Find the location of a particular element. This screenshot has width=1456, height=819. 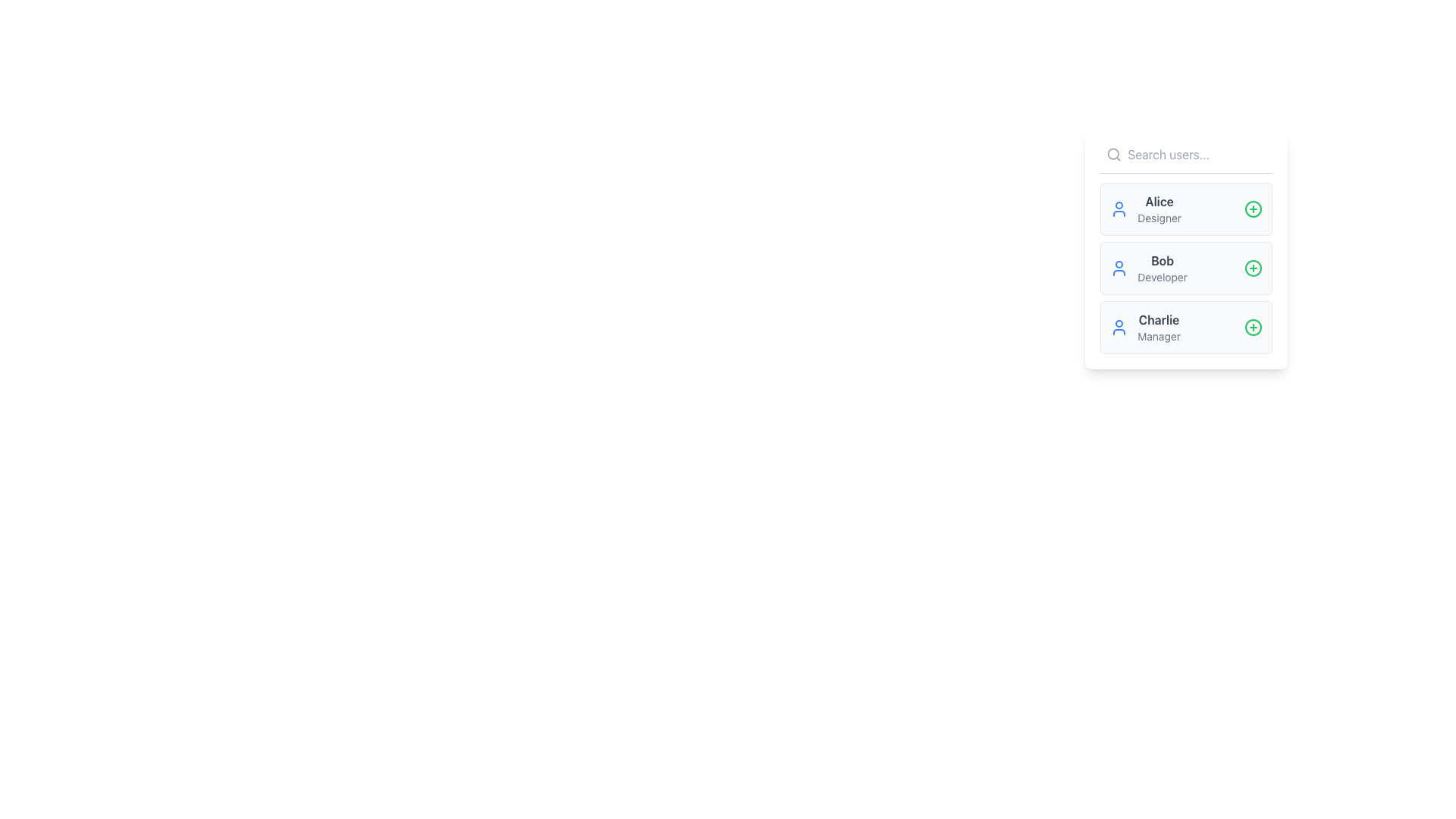

text label displaying 'Alice' in bold and 'Designer' in a smaller font, located in the topmost user entry of the right-hand panel, to the right of the user icon and above the '+' button is located at coordinates (1159, 209).